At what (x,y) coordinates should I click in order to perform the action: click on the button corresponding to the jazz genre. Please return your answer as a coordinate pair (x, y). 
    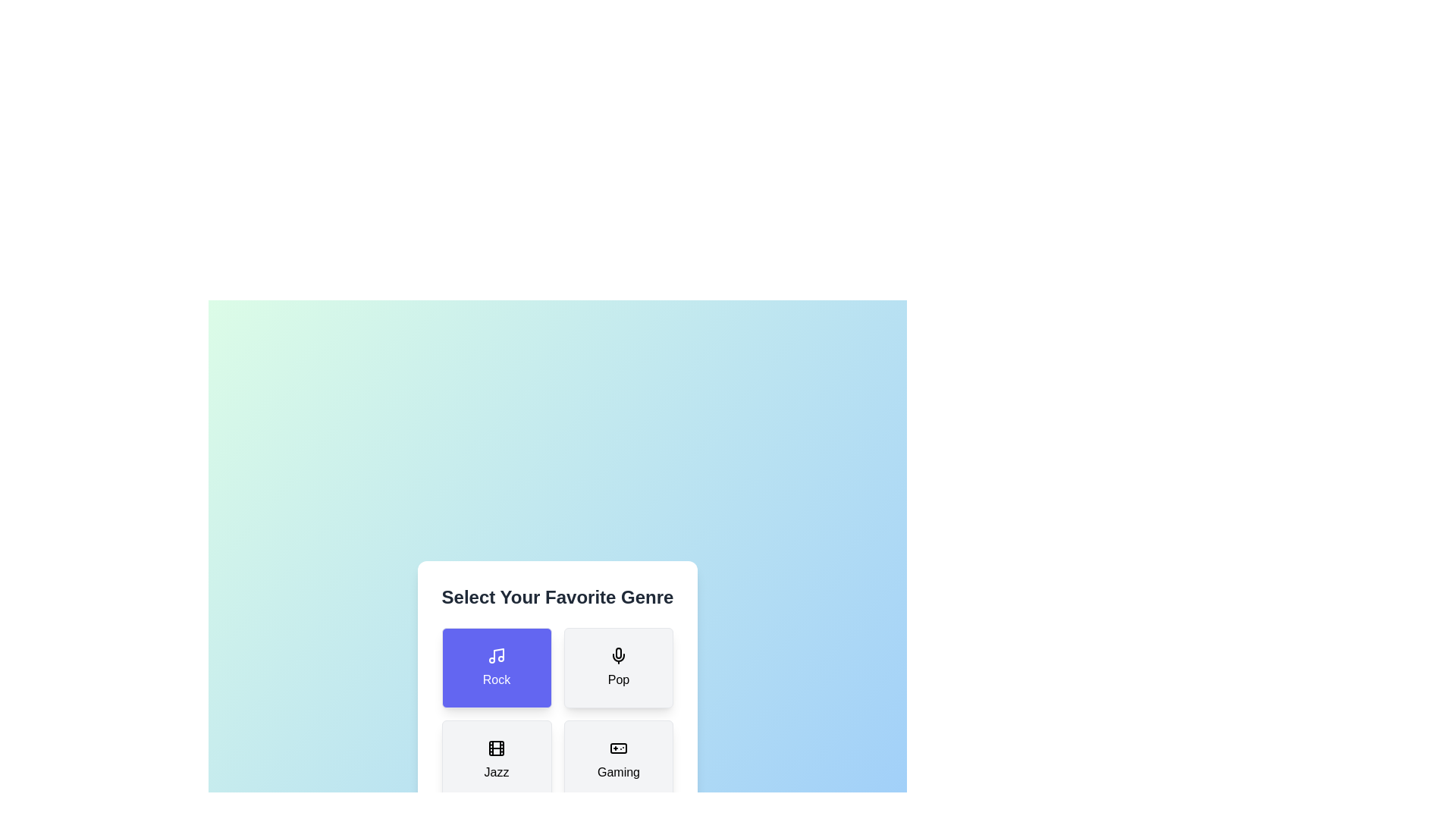
    Looking at the image, I should click on (497, 761).